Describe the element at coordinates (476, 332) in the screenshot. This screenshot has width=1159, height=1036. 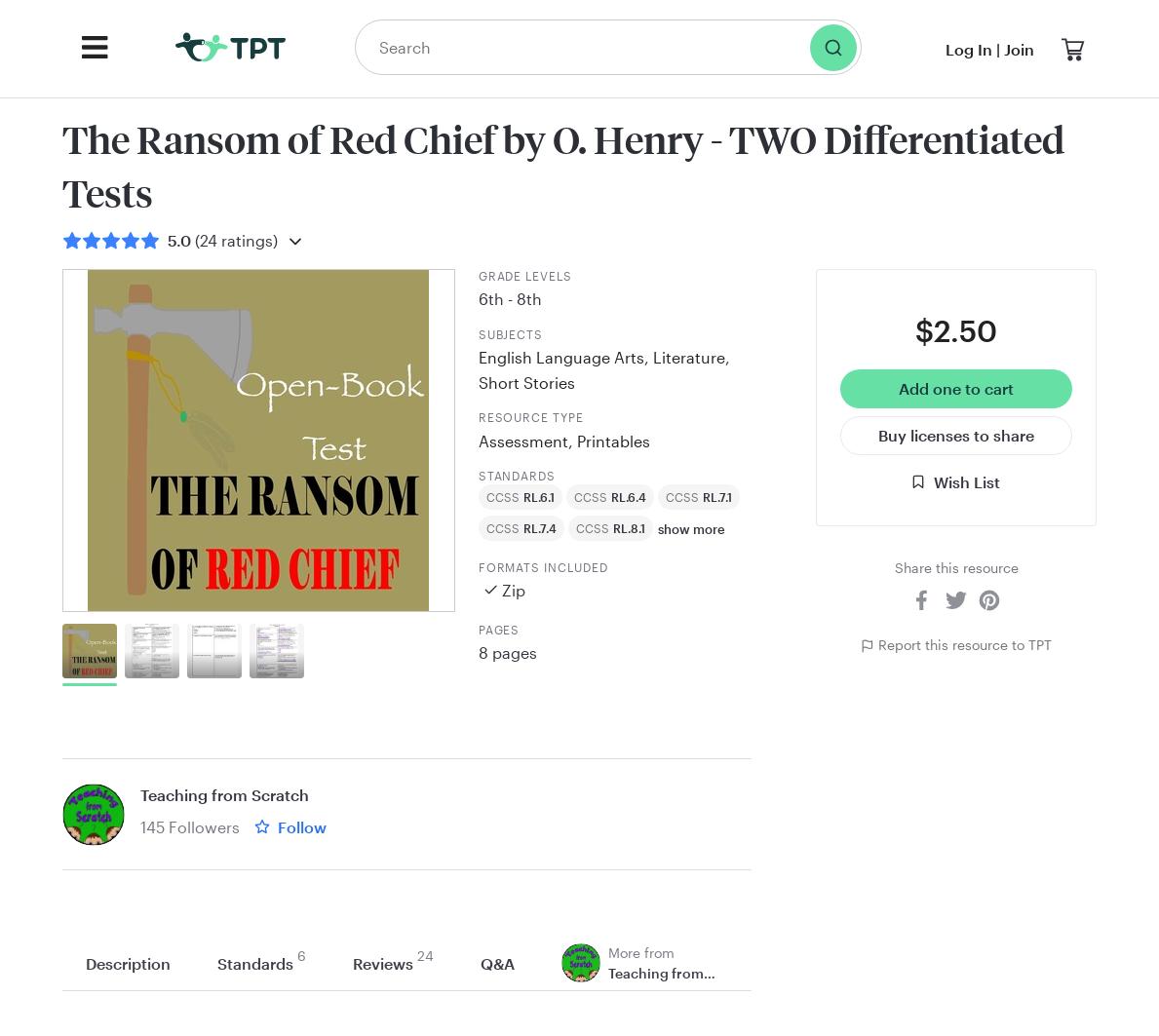
I see `'Subjects'` at that location.